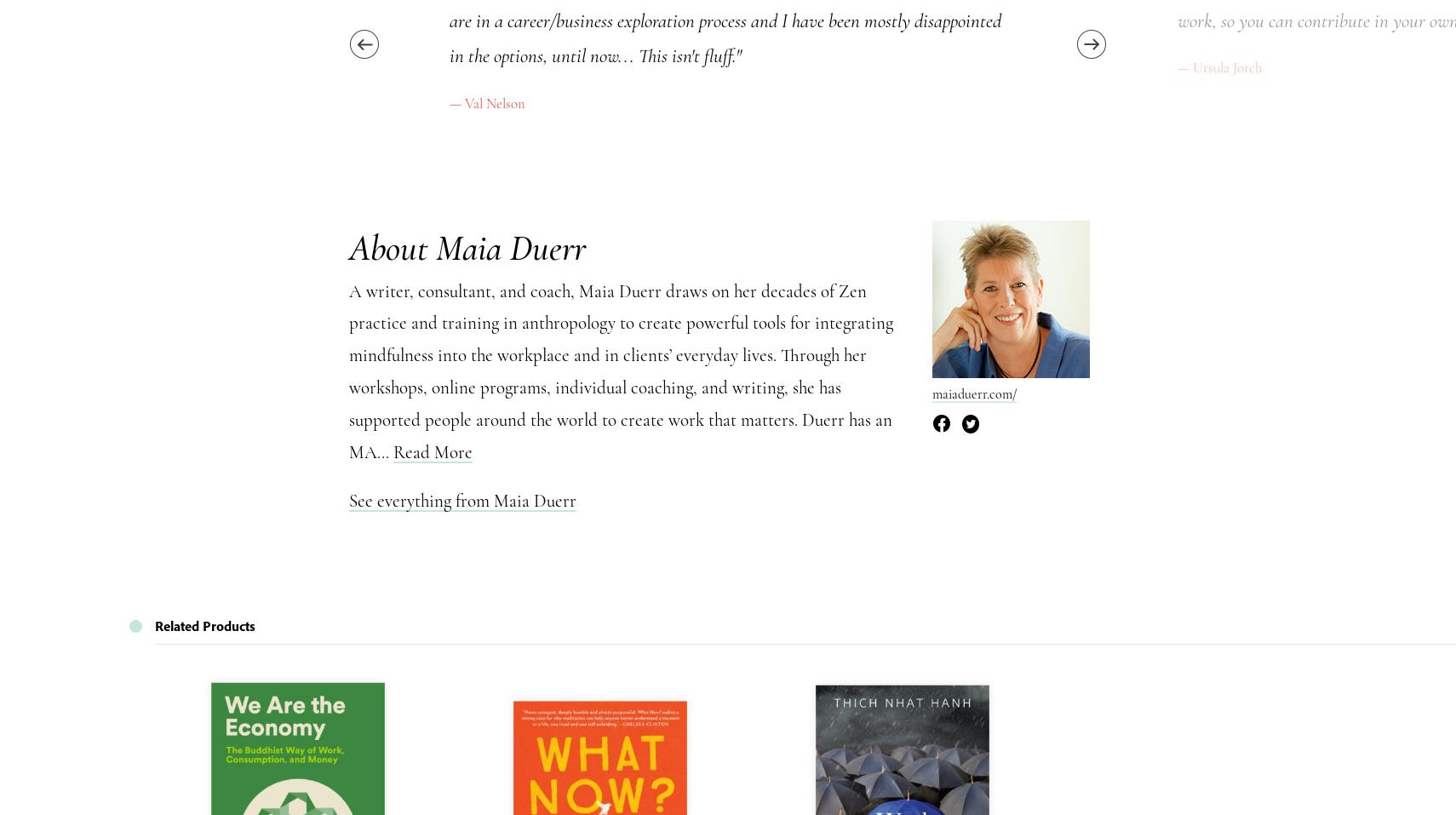 This screenshot has height=815, width=1456. Describe the element at coordinates (576, 28) in the screenshot. I see `'Information for our Authors'` at that location.